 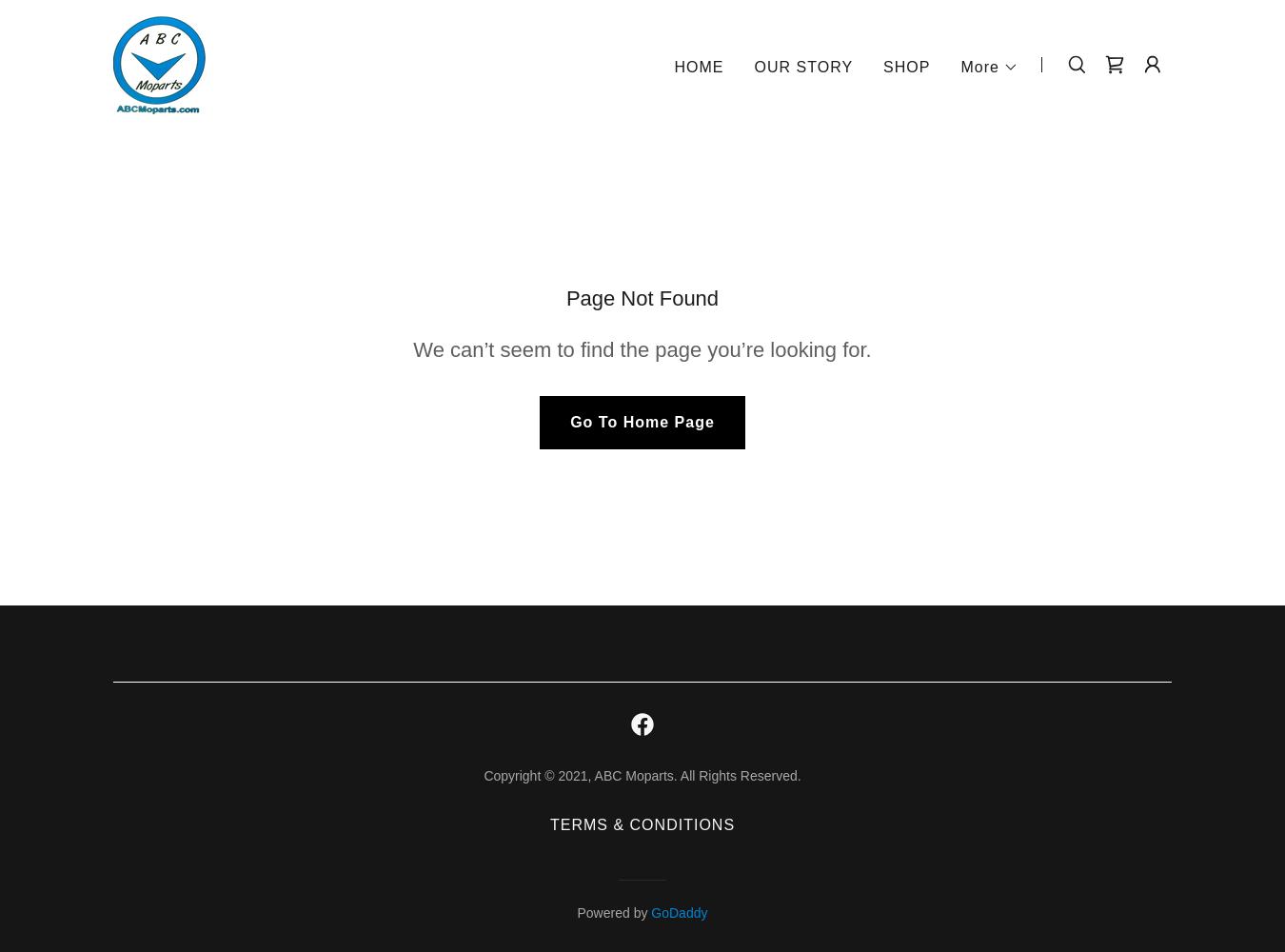 What do you see at coordinates (979, 65) in the screenshot?
I see `'More'` at bounding box center [979, 65].